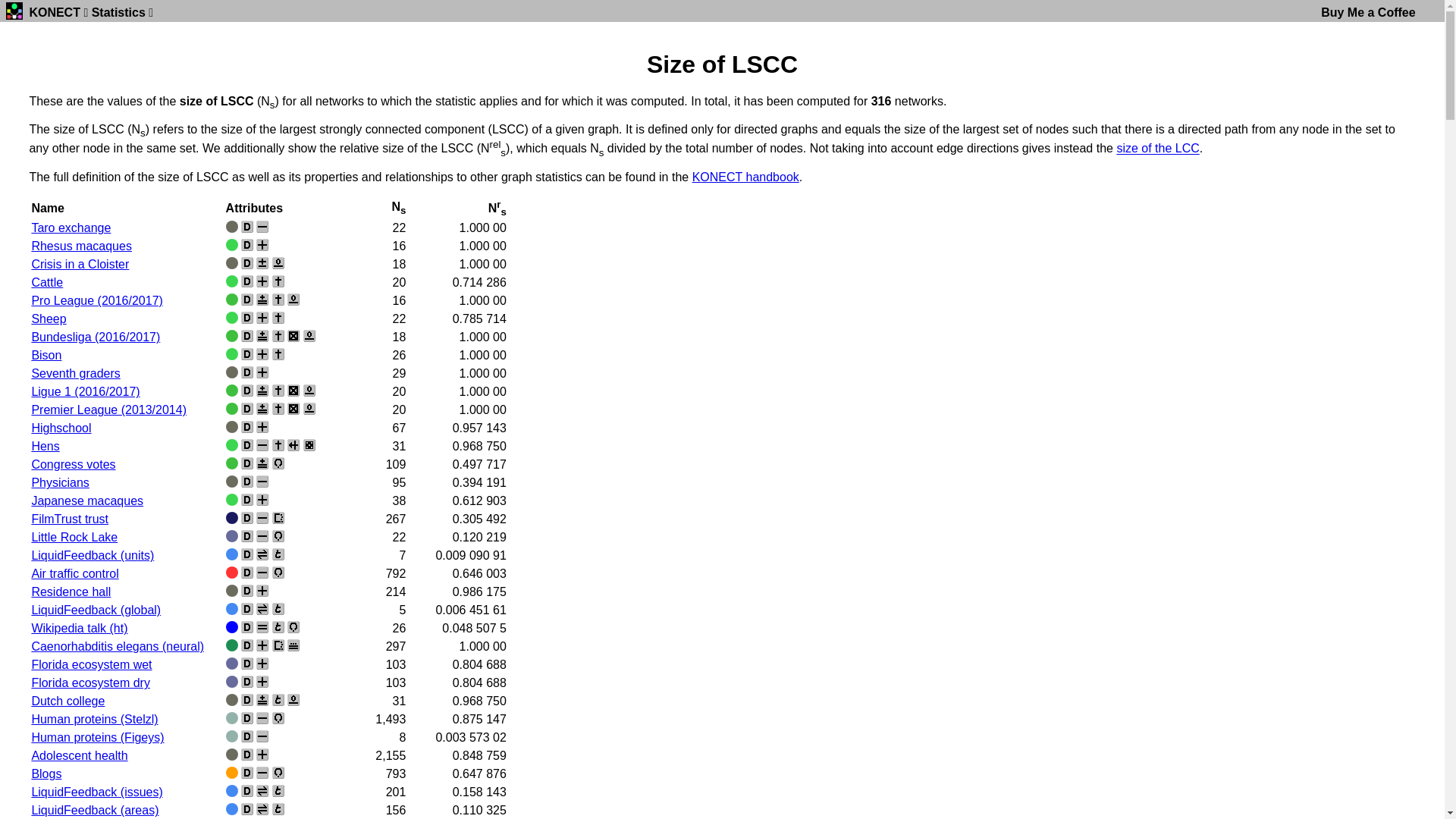  I want to click on 'Adolescent health', so click(78, 755).